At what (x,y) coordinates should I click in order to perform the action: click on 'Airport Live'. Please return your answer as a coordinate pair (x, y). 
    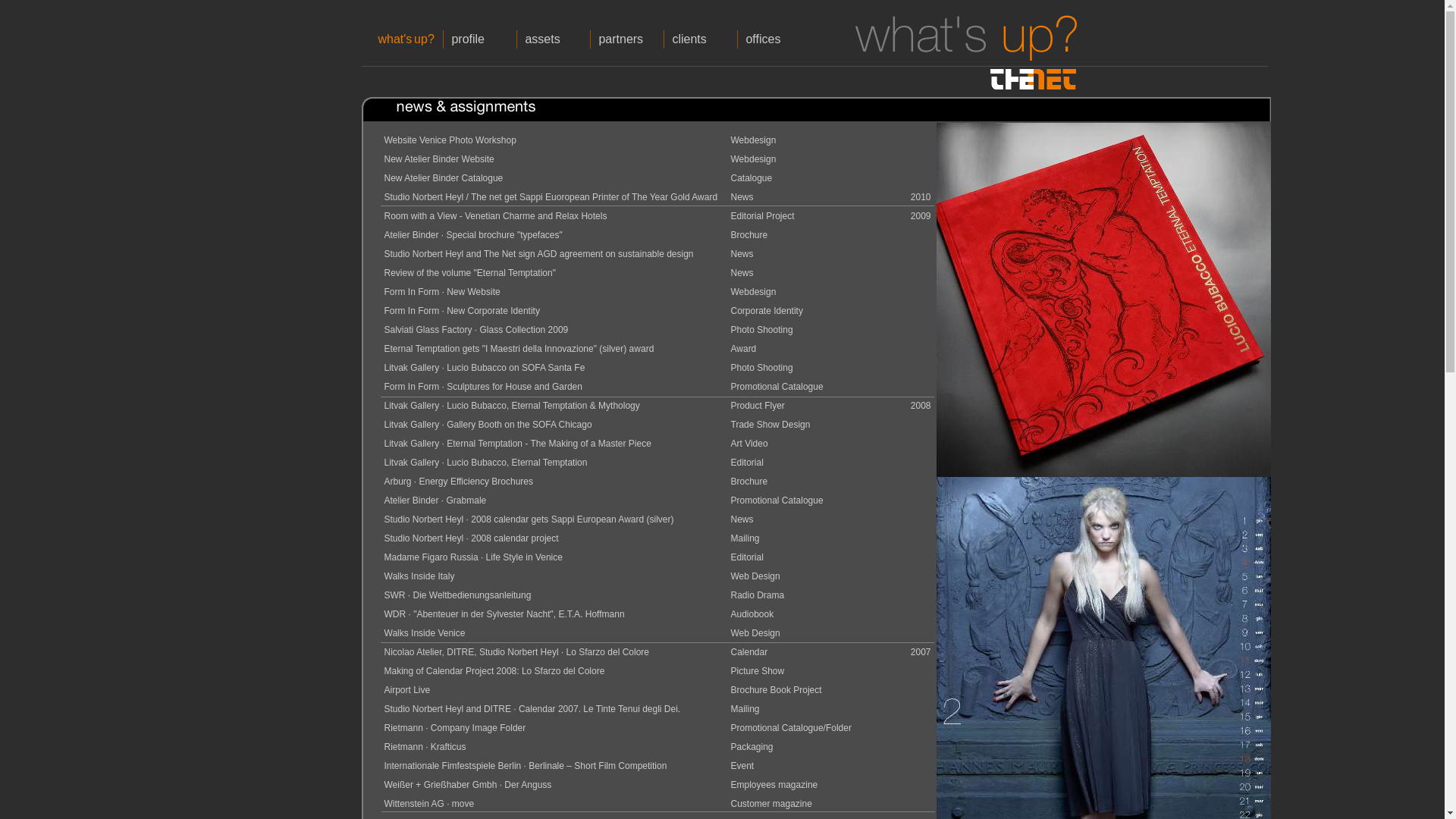
    Looking at the image, I should click on (406, 690).